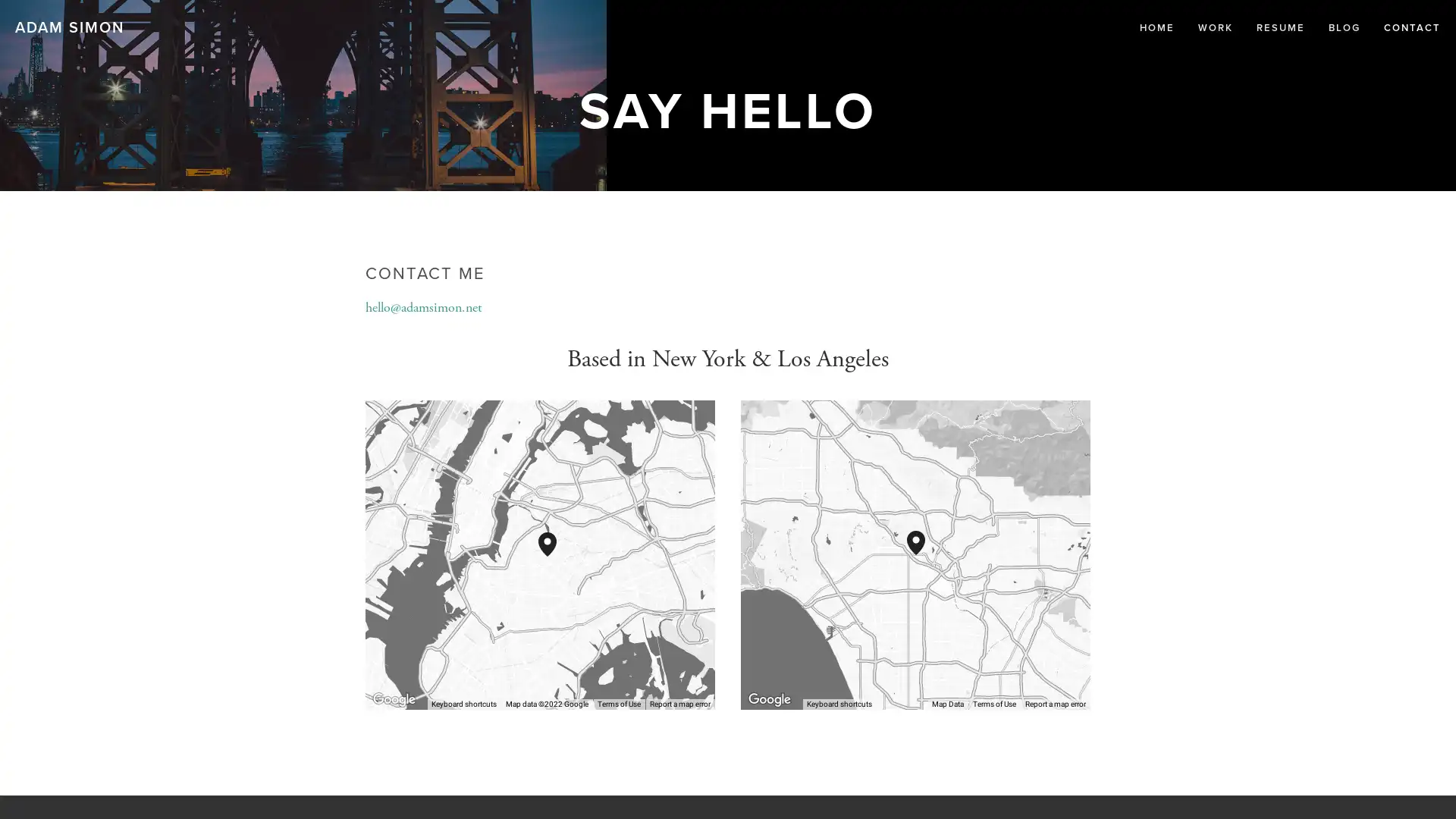 The image size is (1456, 819). What do you see at coordinates (839, 704) in the screenshot?
I see `Keyboard shortcuts` at bounding box center [839, 704].